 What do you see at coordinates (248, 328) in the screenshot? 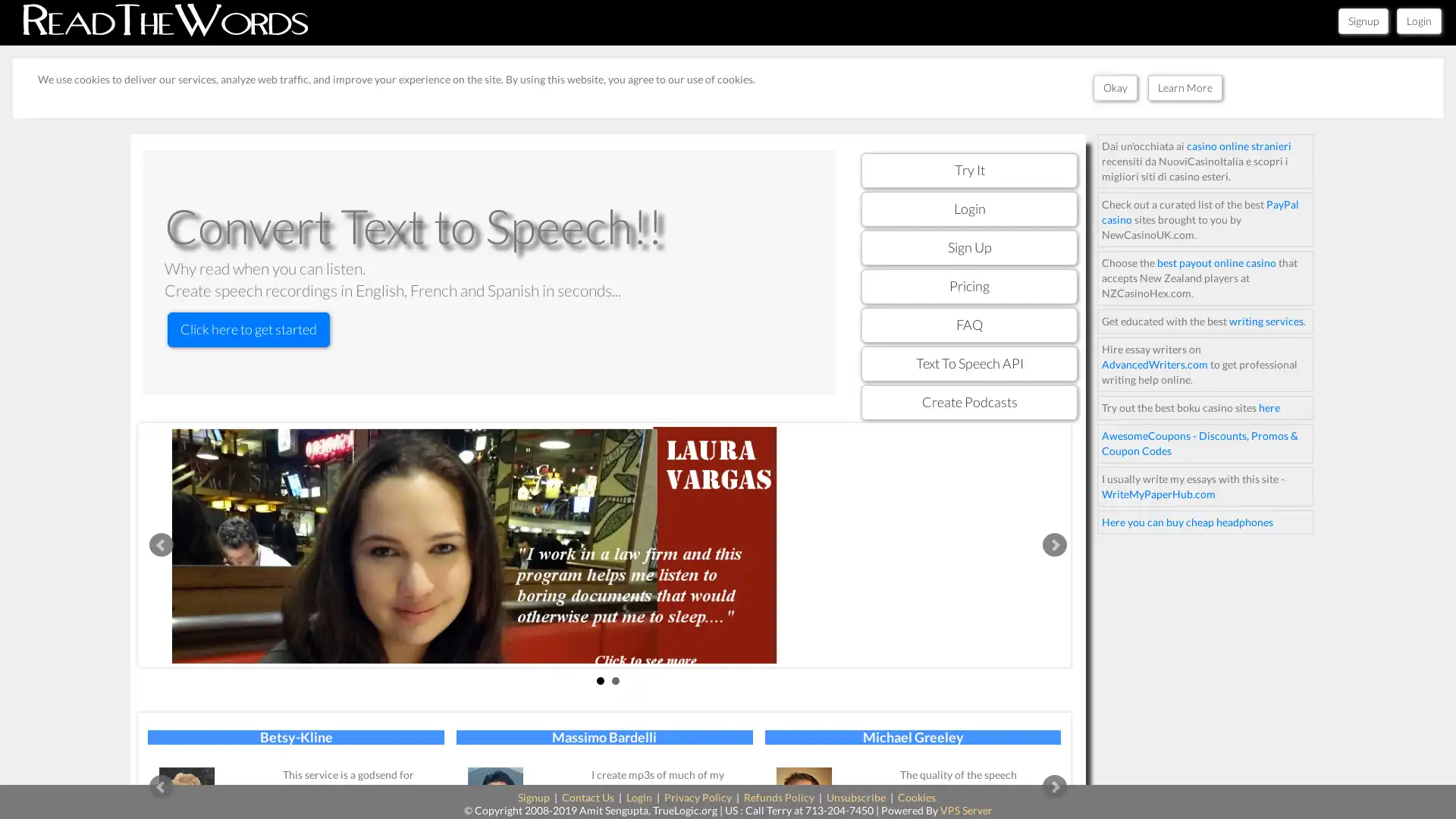
I see `Click here to get started` at bounding box center [248, 328].